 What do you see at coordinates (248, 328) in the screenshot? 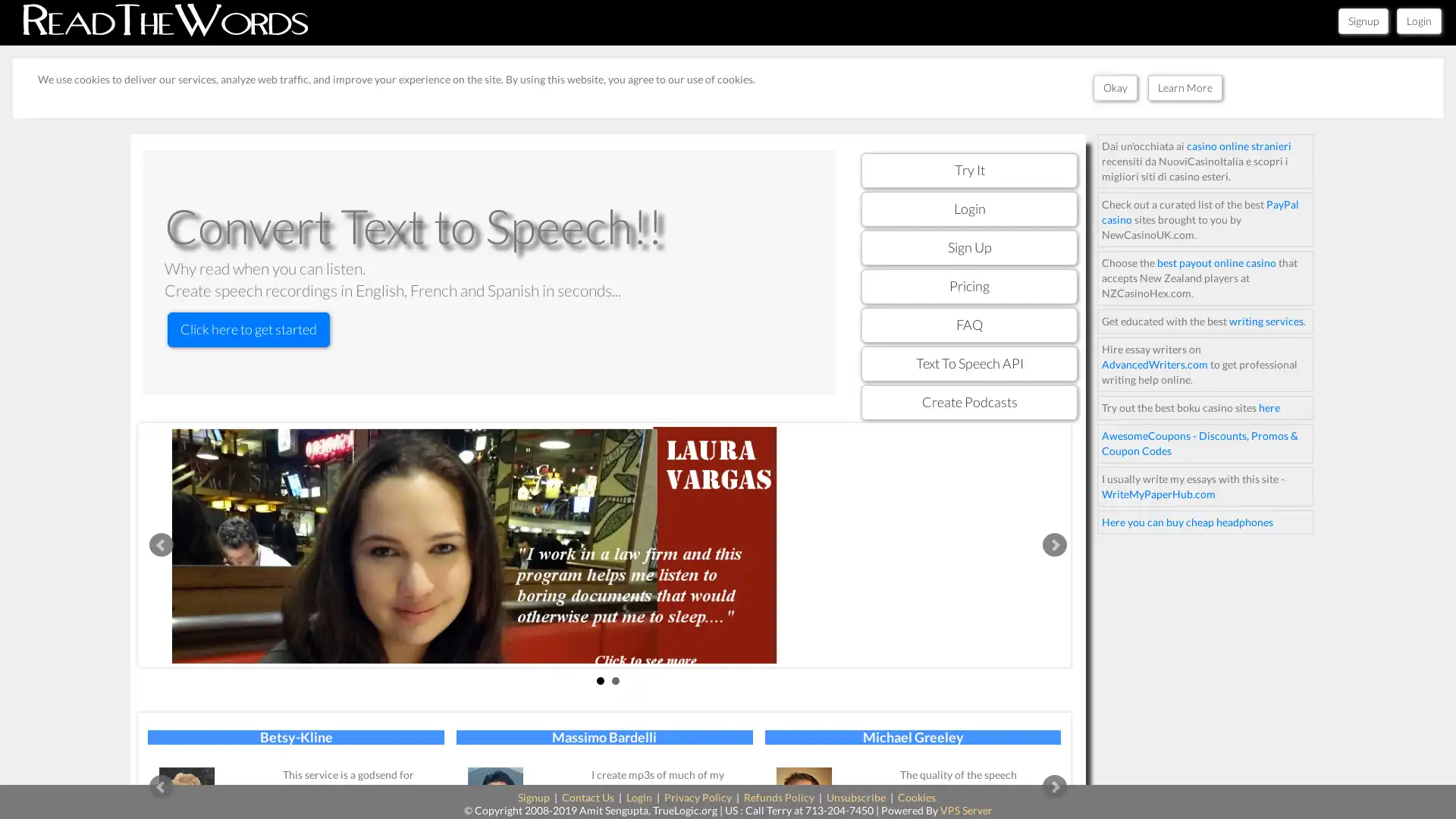
I see `Click here to get started` at bounding box center [248, 328].